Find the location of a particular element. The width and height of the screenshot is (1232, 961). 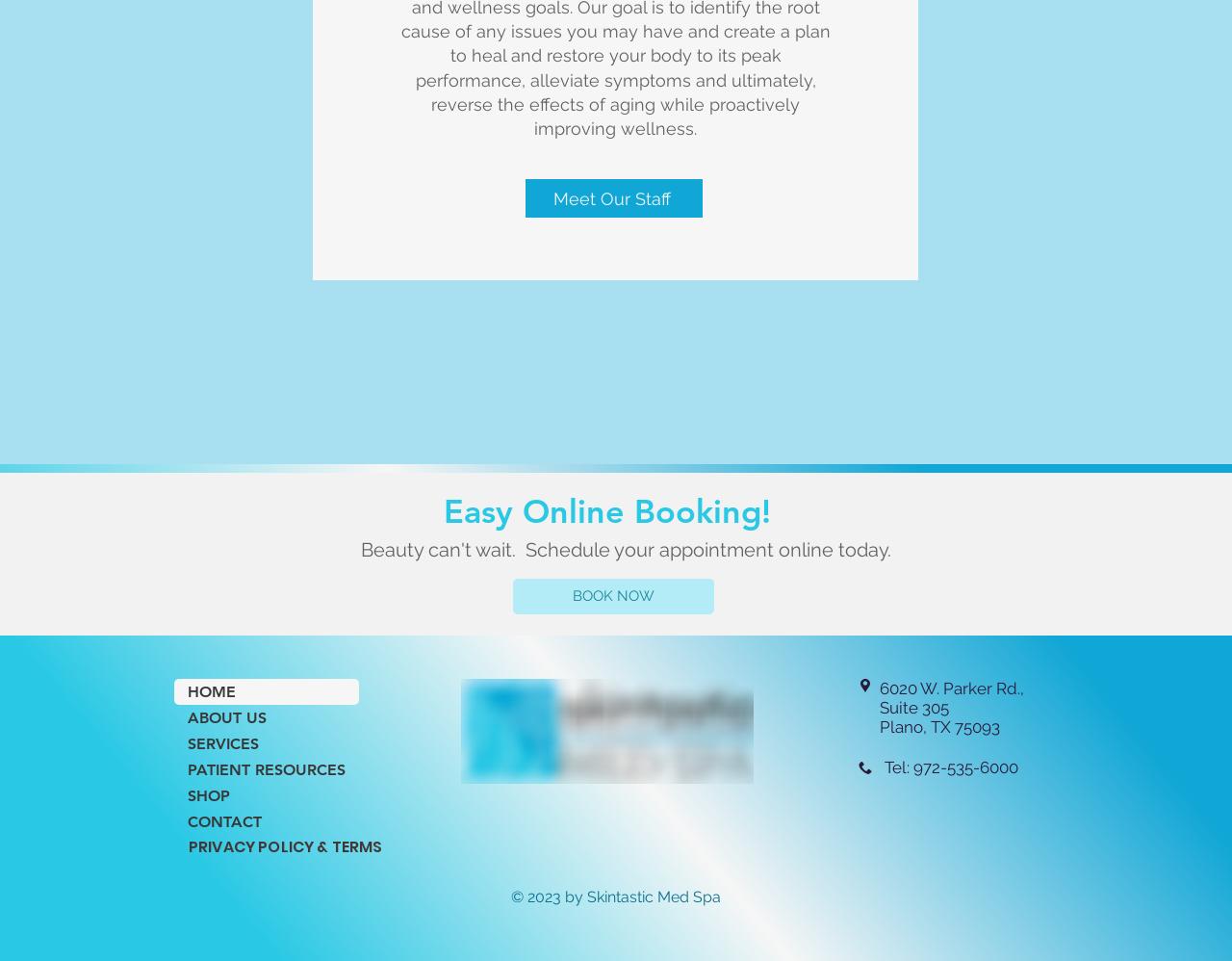

'Other Financing Options' is located at coordinates (456, 795).